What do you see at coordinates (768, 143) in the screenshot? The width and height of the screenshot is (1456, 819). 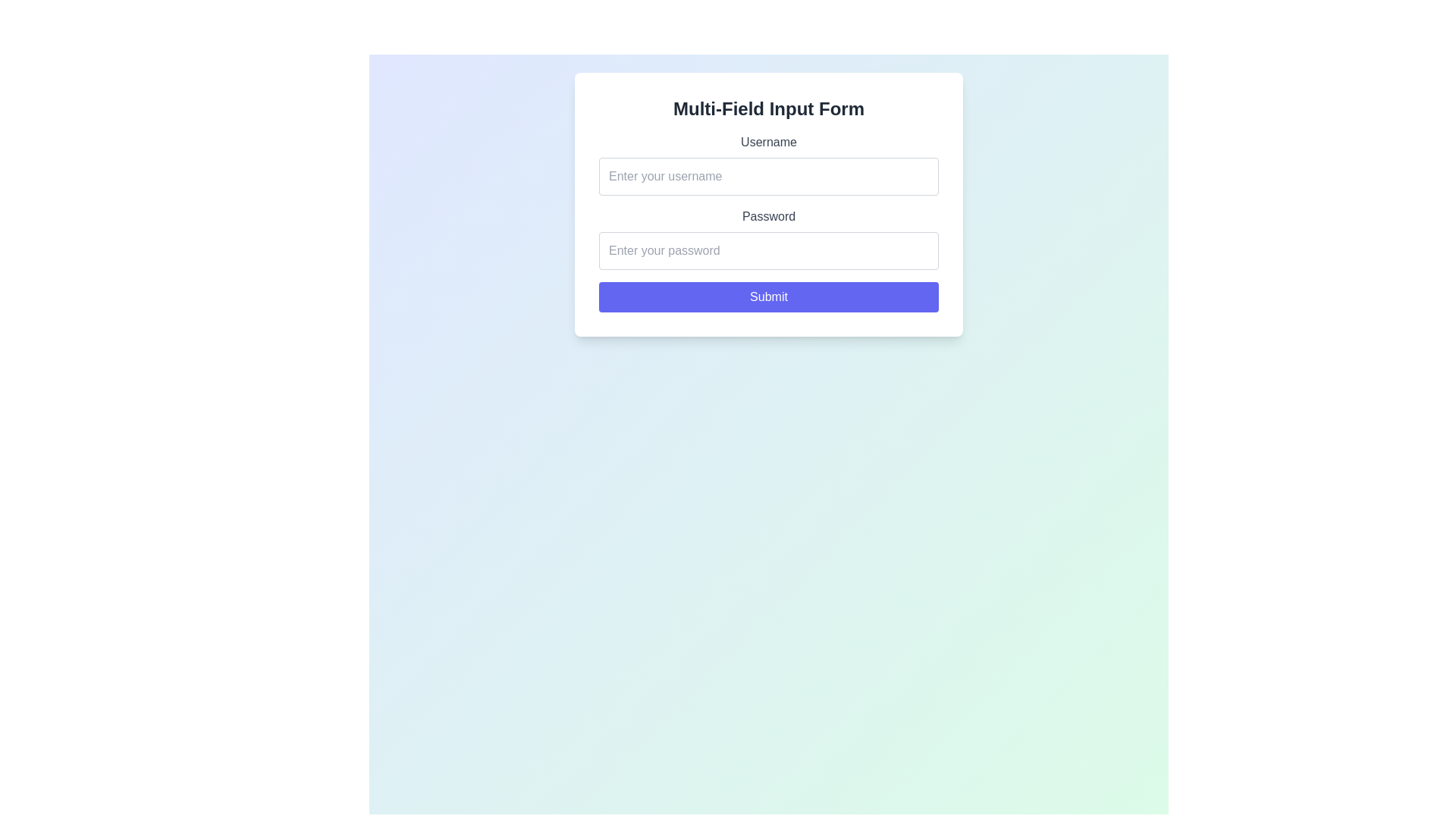 I see `the 'Username' label which is located above the username input box in the form` at bounding box center [768, 143].